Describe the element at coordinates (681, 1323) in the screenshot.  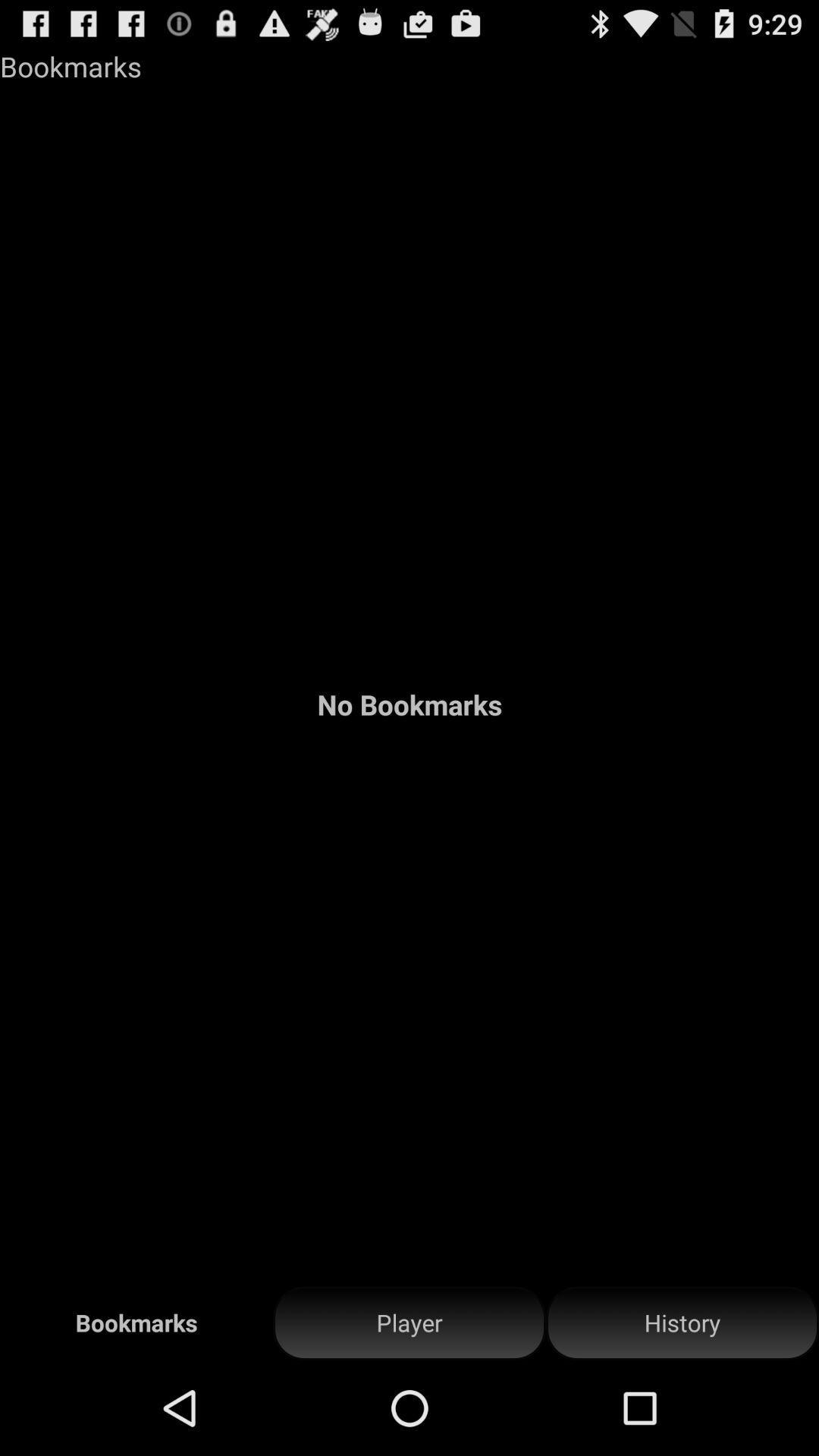
I see `the app below the no bookmarks icon` at that location.